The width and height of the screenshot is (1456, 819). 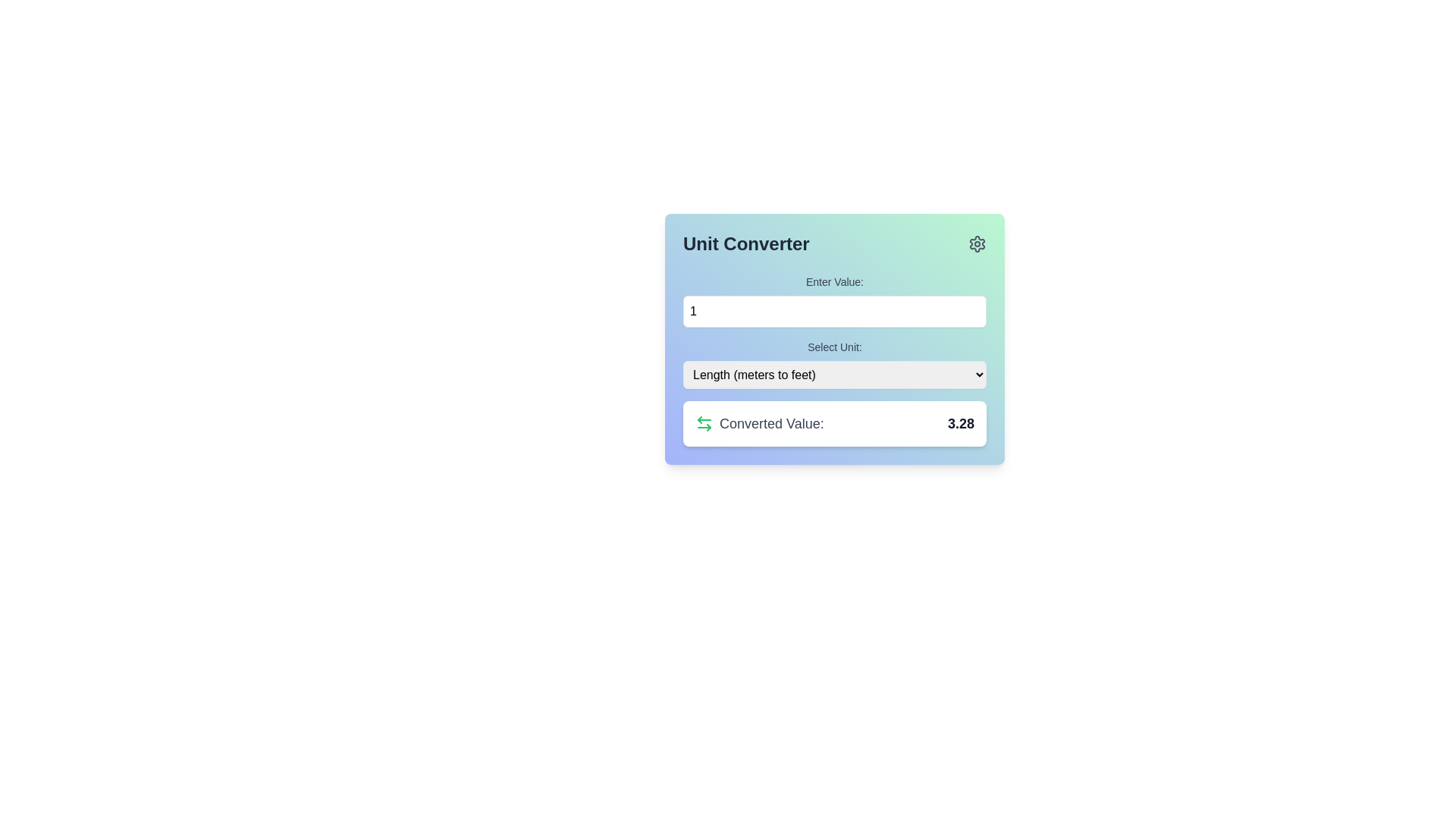 I want to click on the gear-shaped icon located in the top-right corner of the Unit Converter interface, so click(x=977, y=243).